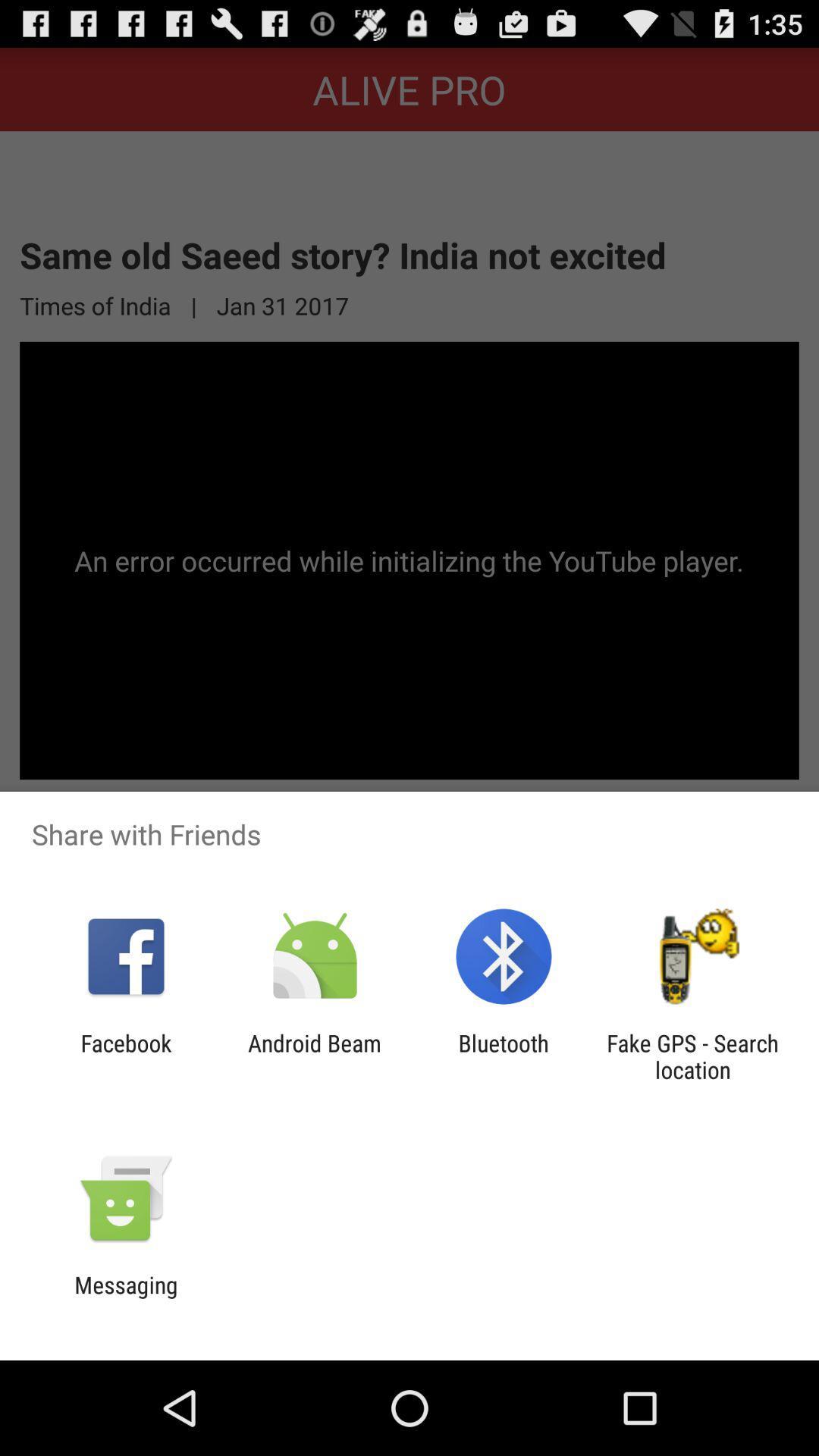  Describe the element at coordinates (125, 1298) in the screenshot. I see `messaging` at that location.